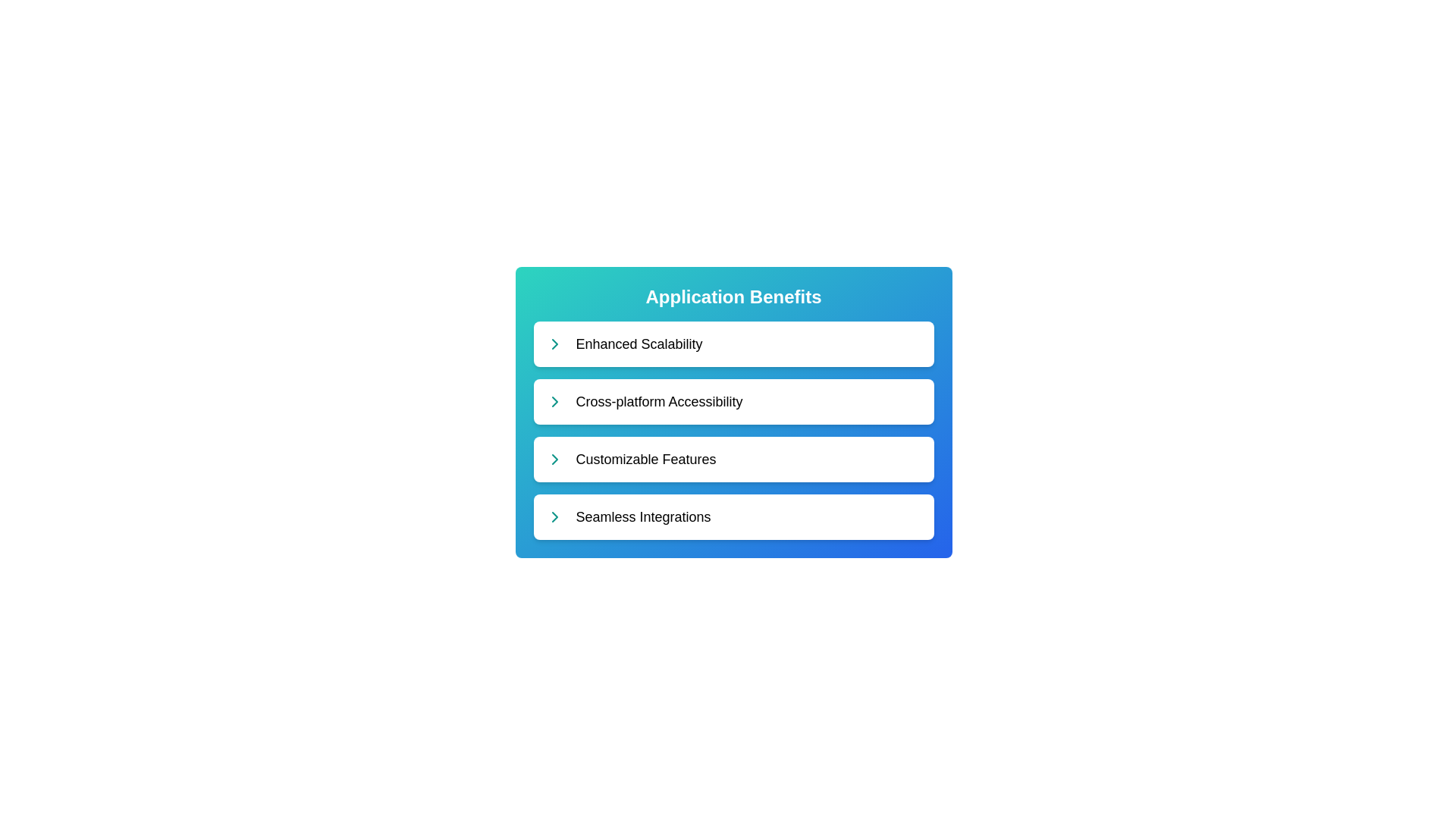 This screenshot has width=1456, height=819. What do you see at coordinates (733, 297) in the screenshot?
I see `the bold header text reading 'Application Benefits'` at bounding box center [733, 297].